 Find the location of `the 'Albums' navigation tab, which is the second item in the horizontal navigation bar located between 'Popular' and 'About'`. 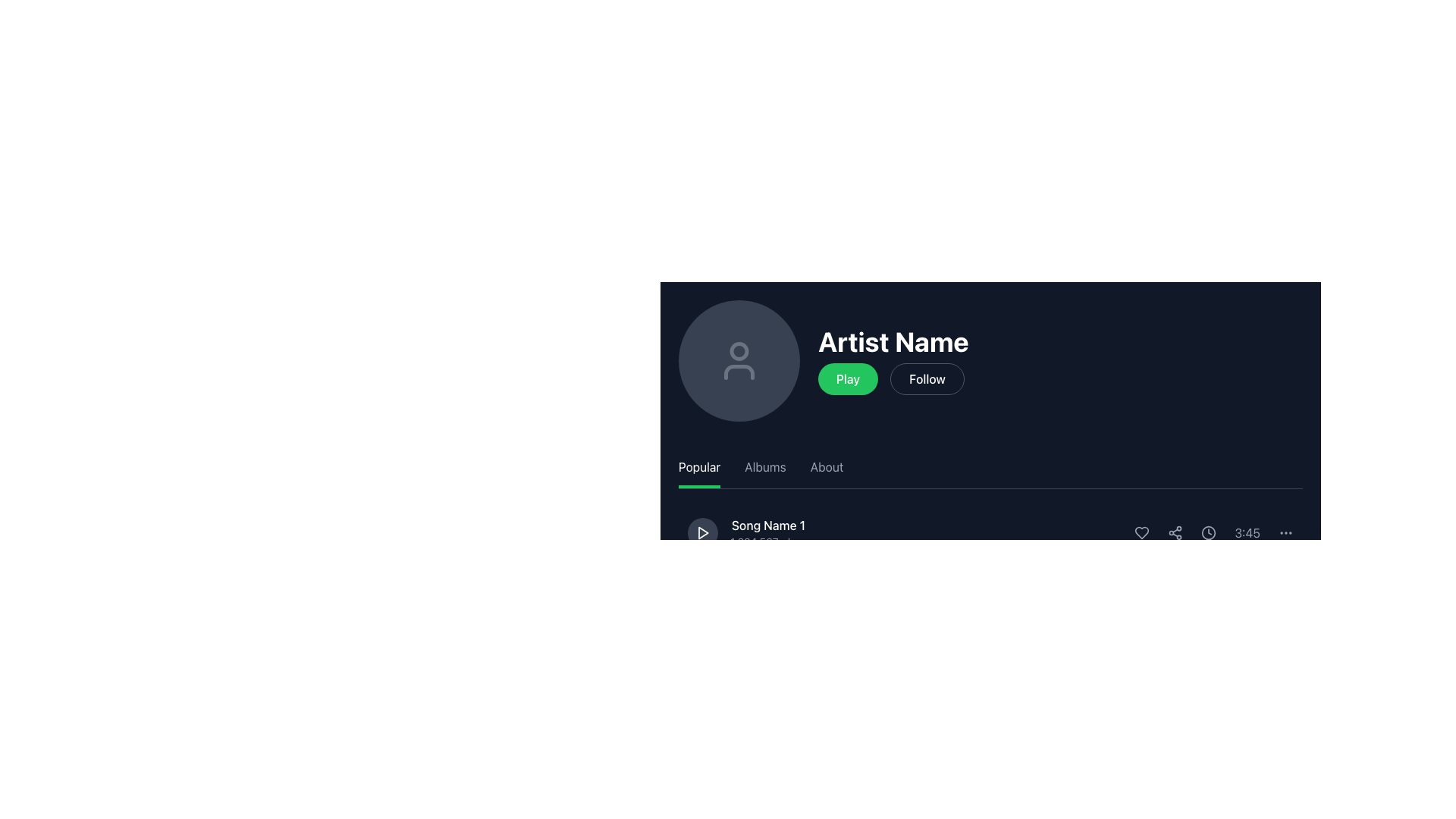

the 'Albums' navigation tab, which is the second item in the horizontal navigation bar located between 'Popular' and 'About' is located at coordinates (765, 466).